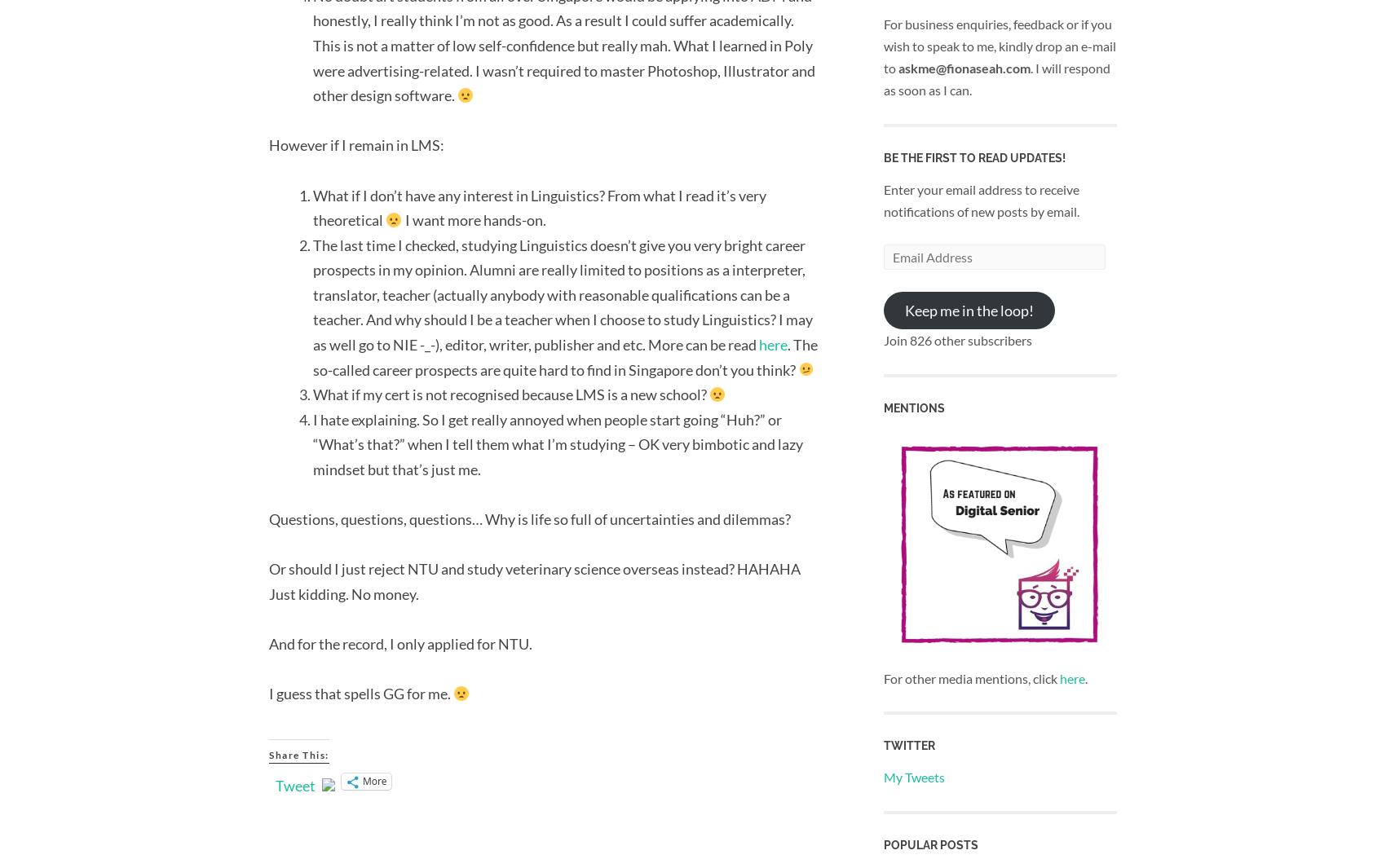 Image resolution: width=1386 pixels, height=868 pixels. What do you see at coordinates (967, 309) in the screenshot?
I see `'Keep me in the loop!'` at bounding box center [967, 309].